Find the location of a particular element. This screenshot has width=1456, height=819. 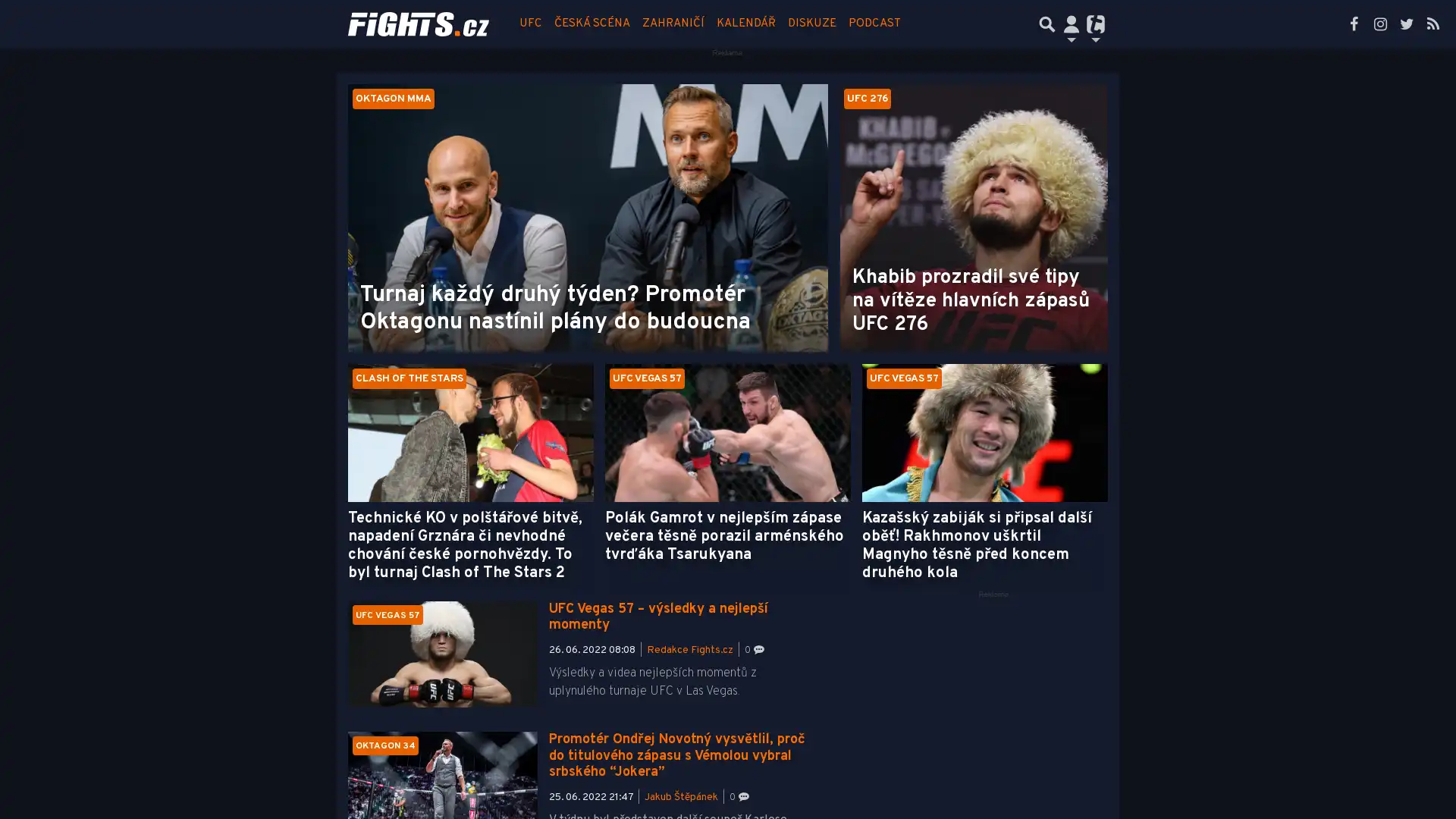

Prepnout navigaci is located at coordinates (1070, 24).